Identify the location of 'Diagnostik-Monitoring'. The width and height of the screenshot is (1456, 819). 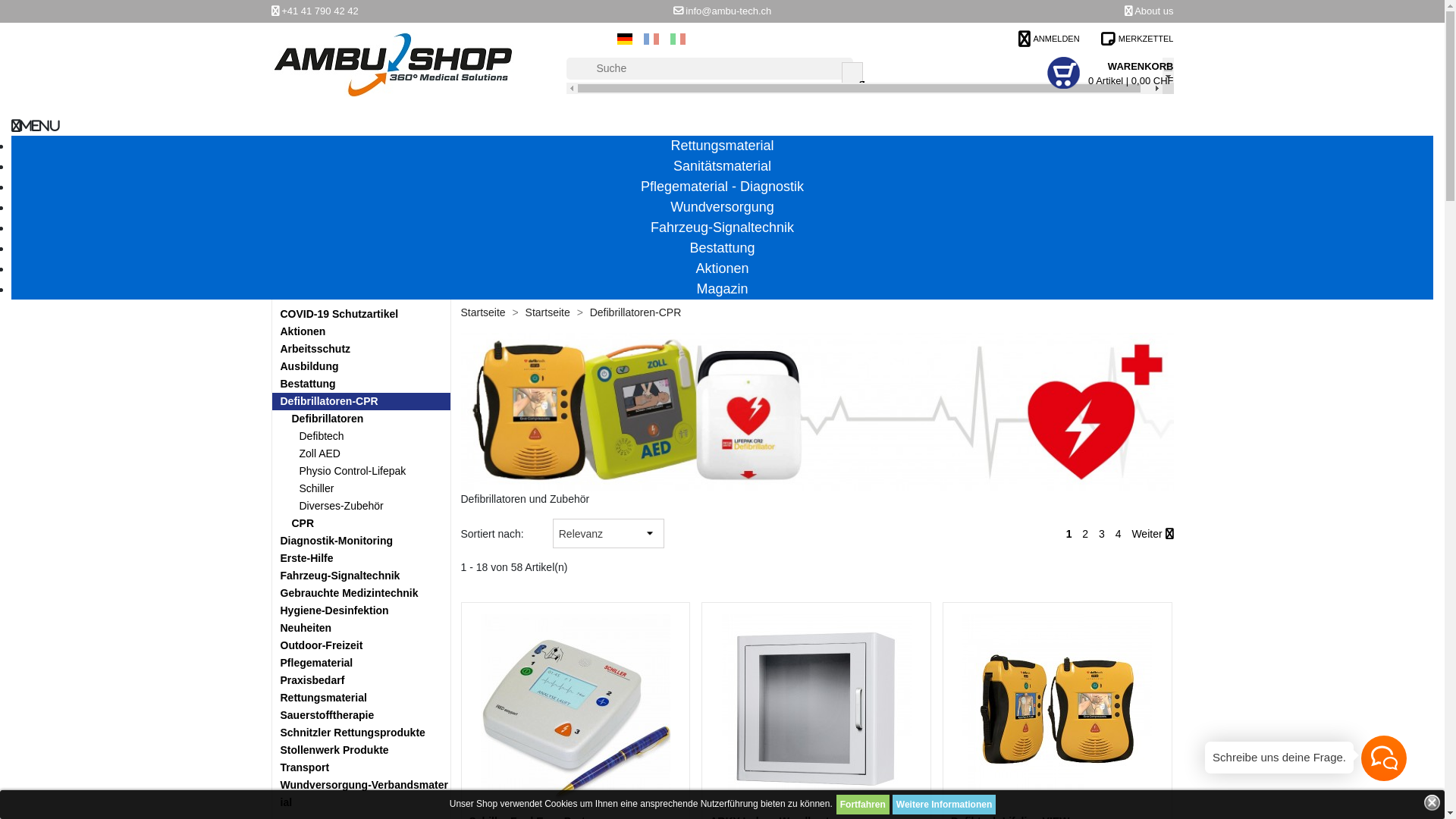
(359, 540).